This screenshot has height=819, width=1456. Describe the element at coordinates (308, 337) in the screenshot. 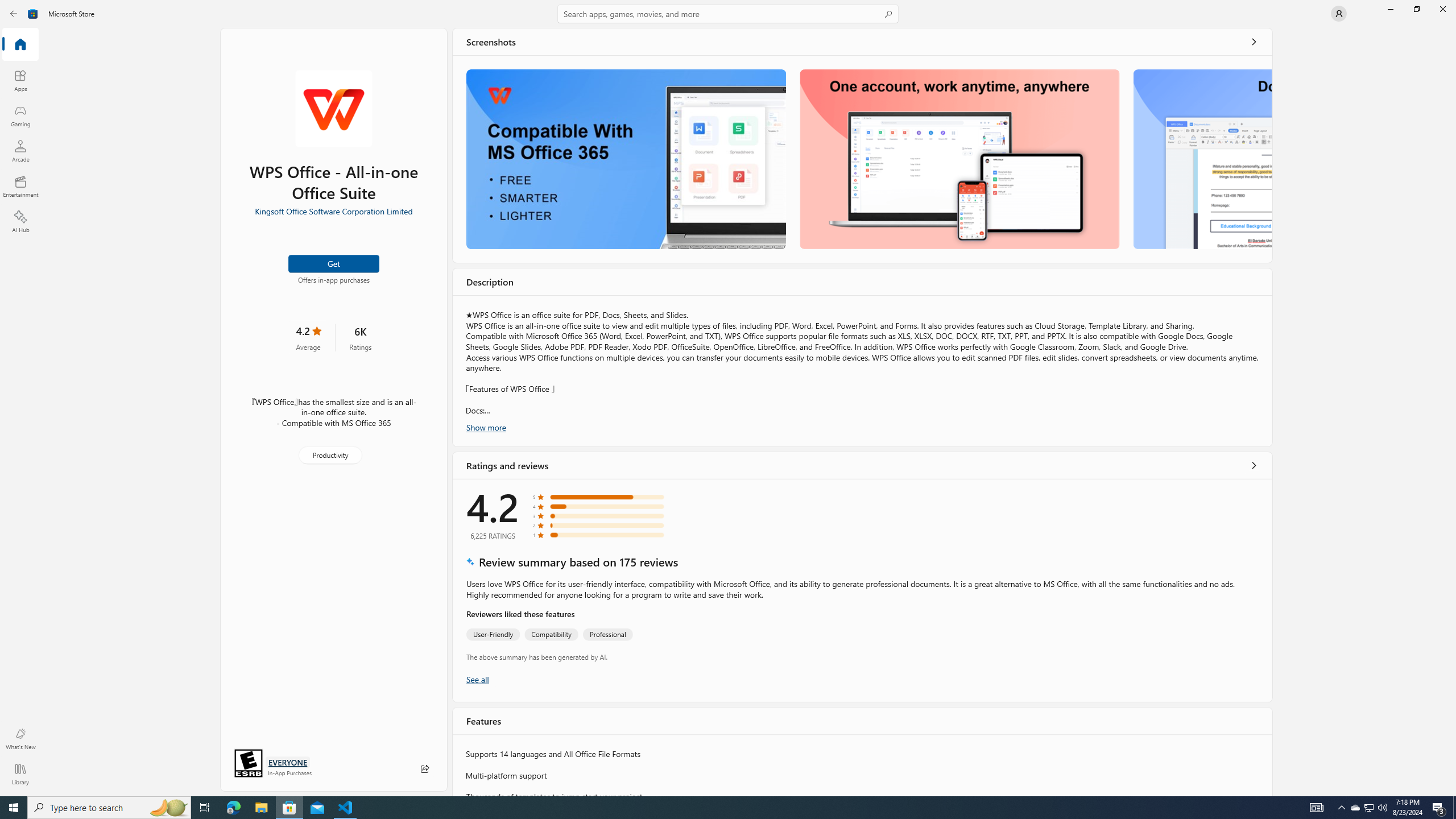

I see `'4.2 stars. Click to skip to ratings and reviews'` at that location.